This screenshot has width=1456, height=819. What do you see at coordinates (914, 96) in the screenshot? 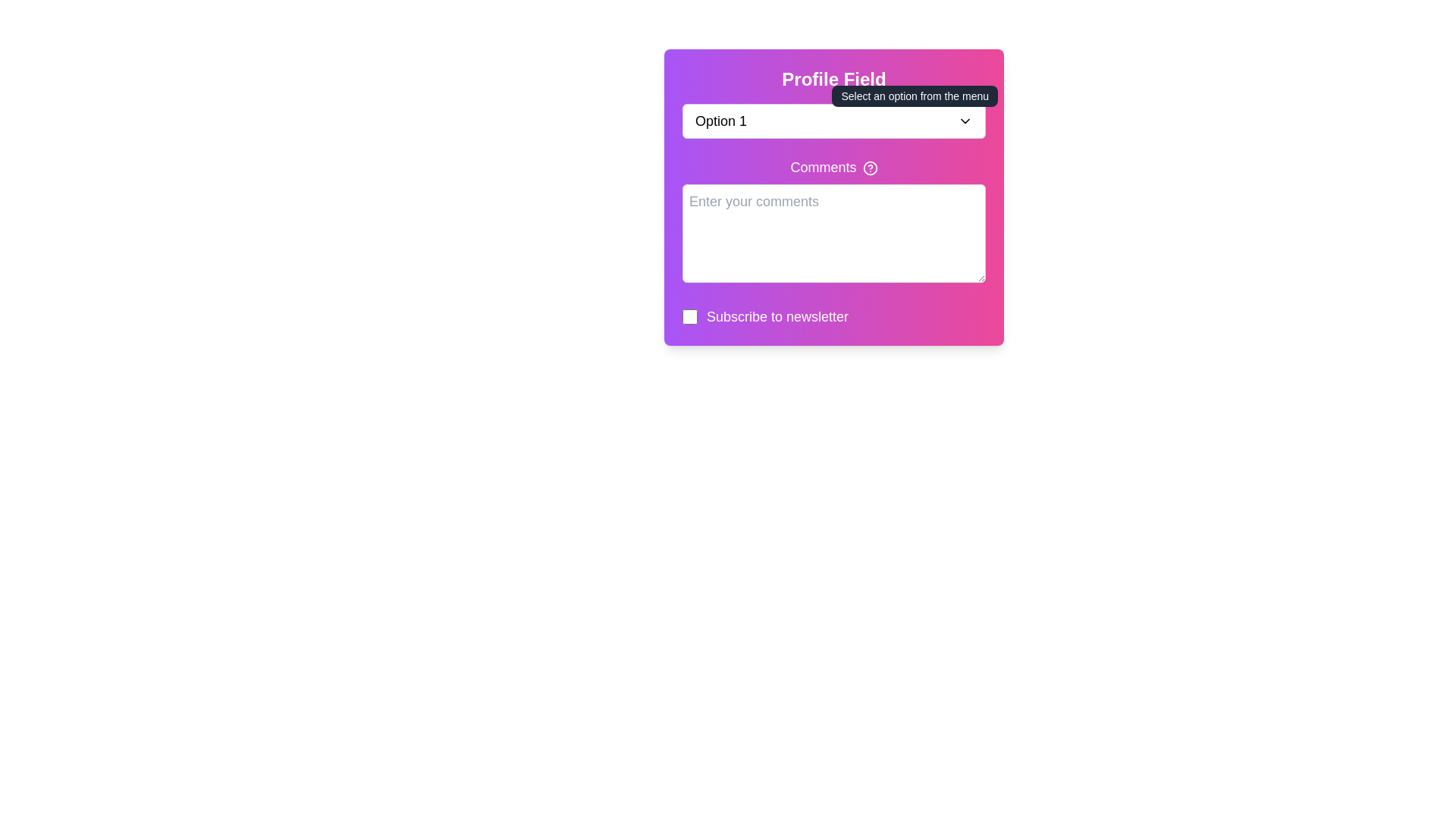
I see `the tooltip with a dark gray background and white text that reads 'Select an option from the menu', located above and slightly to the right of the option dropdown field` at bounding box center [914, 96].